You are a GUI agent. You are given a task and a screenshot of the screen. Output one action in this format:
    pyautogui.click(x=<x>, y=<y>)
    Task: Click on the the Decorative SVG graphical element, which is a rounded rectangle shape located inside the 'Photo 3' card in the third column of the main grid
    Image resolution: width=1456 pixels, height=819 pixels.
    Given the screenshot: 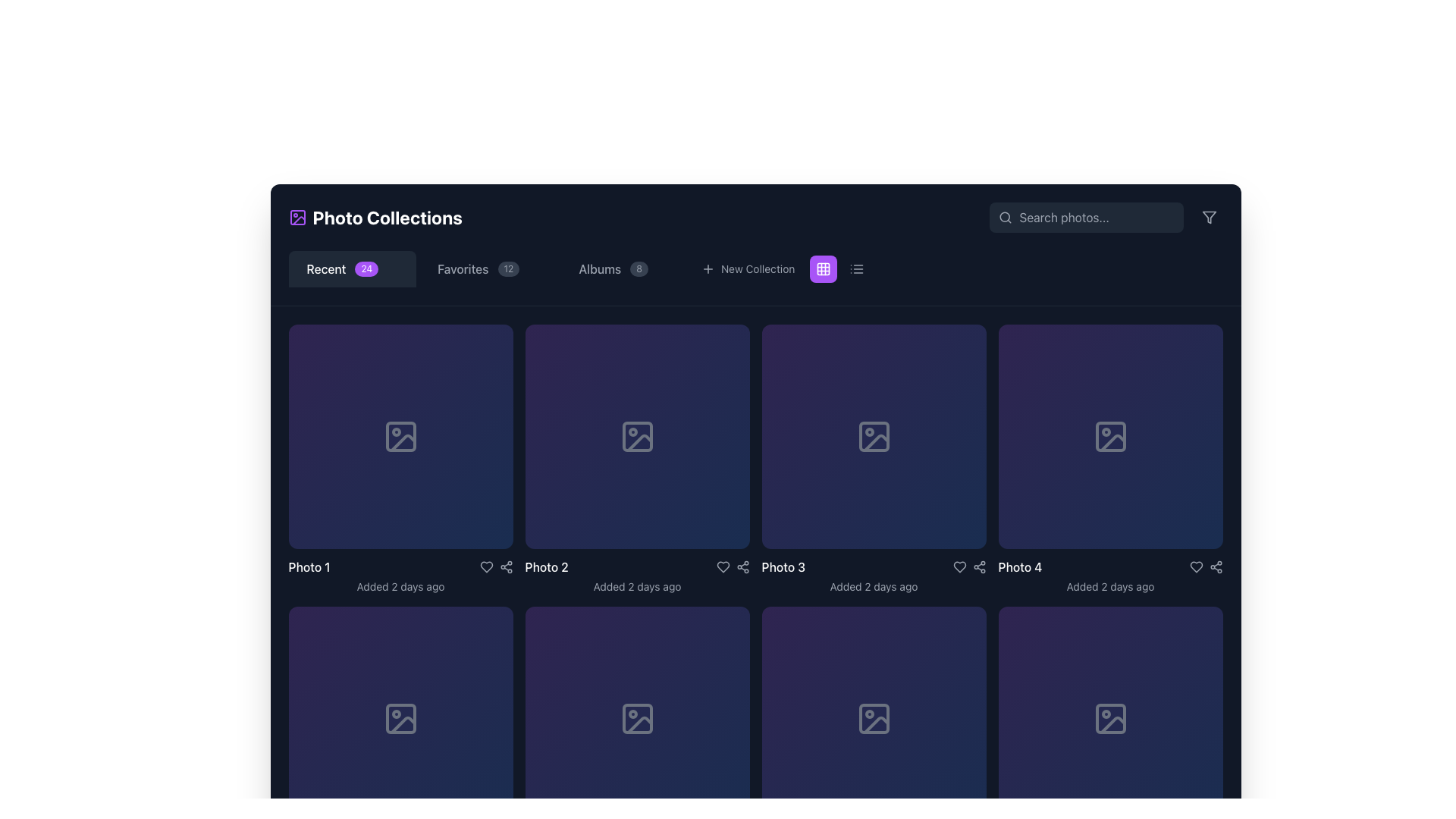 What is the action you would take?
    pyautogui.click(x=874, y=436)
    